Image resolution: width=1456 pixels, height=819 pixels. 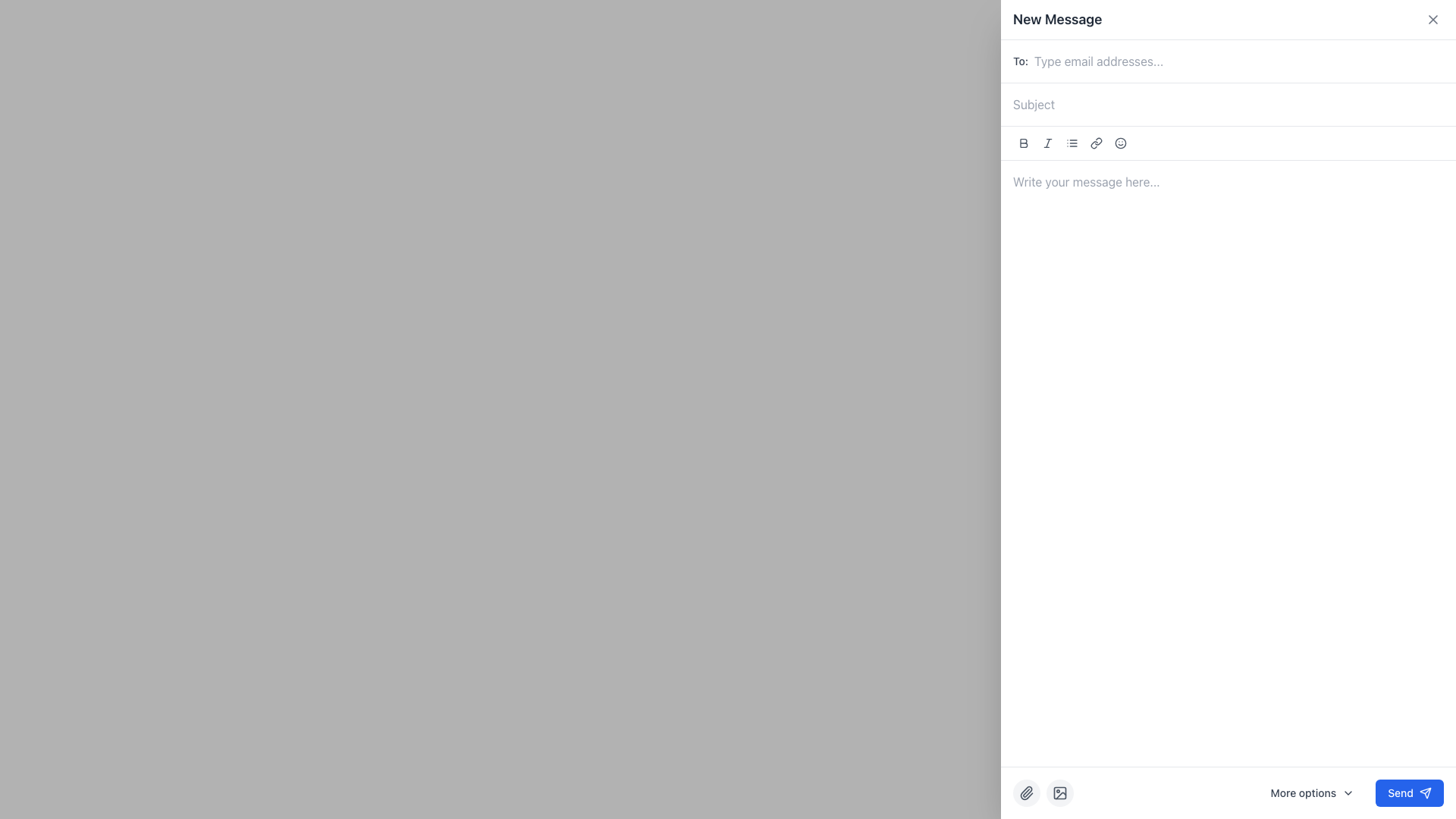 I want to click on the hyperlink insertion button located in the toolbar near the top of the interface, positioned between the italic icon and the emoji selector, so click(x=1096, y=143).